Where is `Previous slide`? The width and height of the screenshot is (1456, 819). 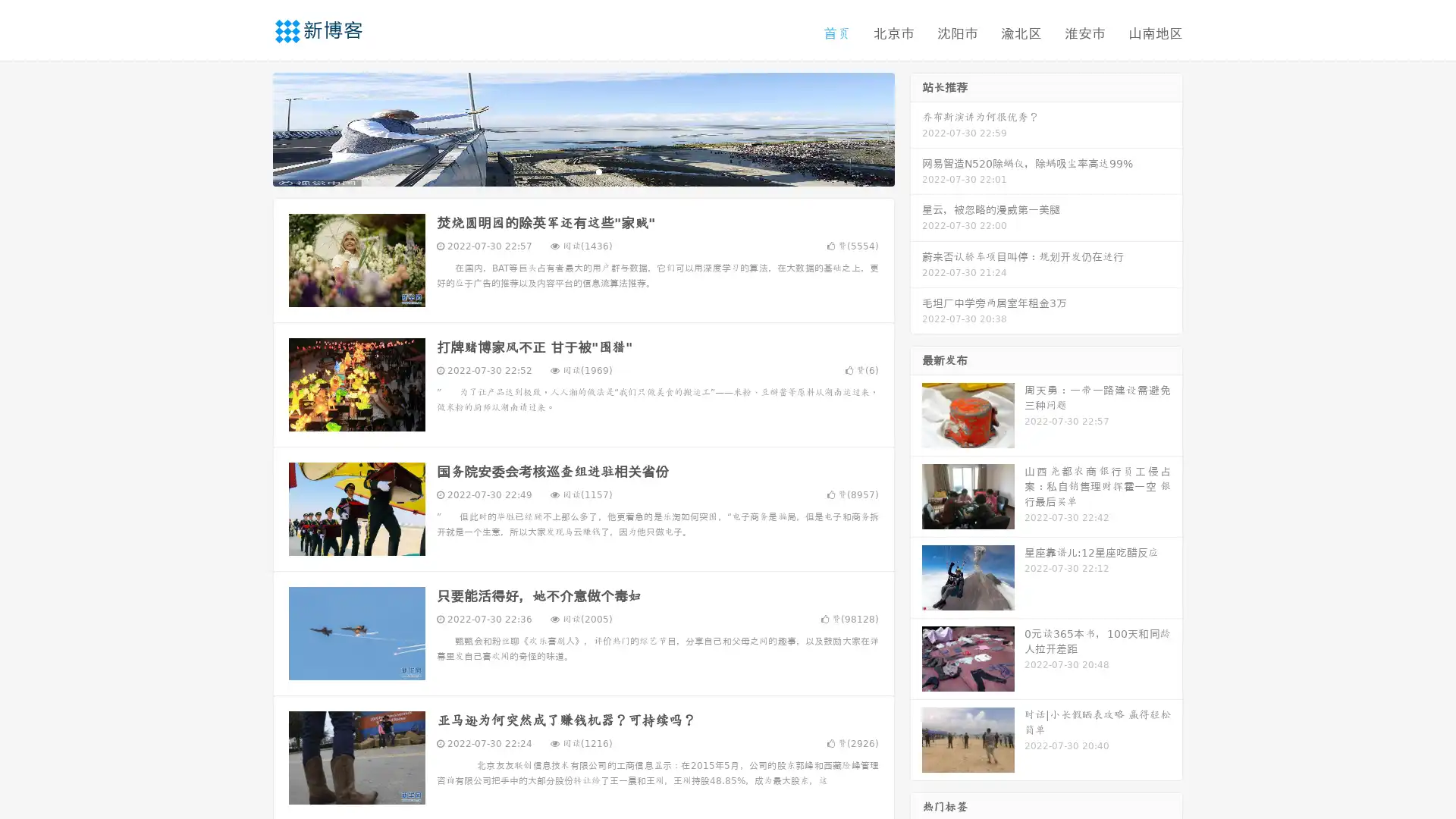
Previous slide is located at coordinates (250, 127).